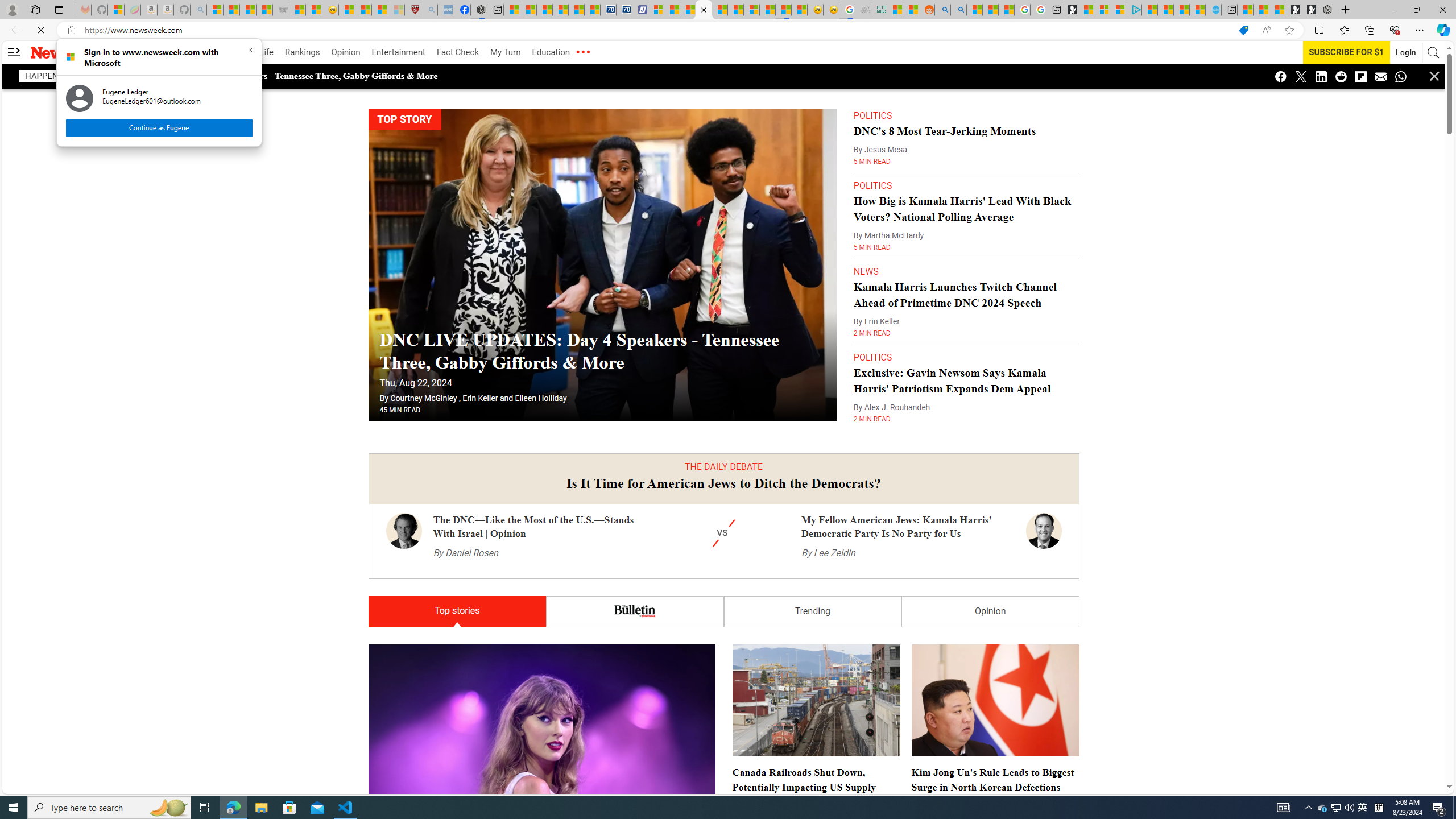  What do you see at coordinates (233, 806) in the screenshot?
I see `'Microsoft Edge - 1 running window'` at bounding box center [233, 806].